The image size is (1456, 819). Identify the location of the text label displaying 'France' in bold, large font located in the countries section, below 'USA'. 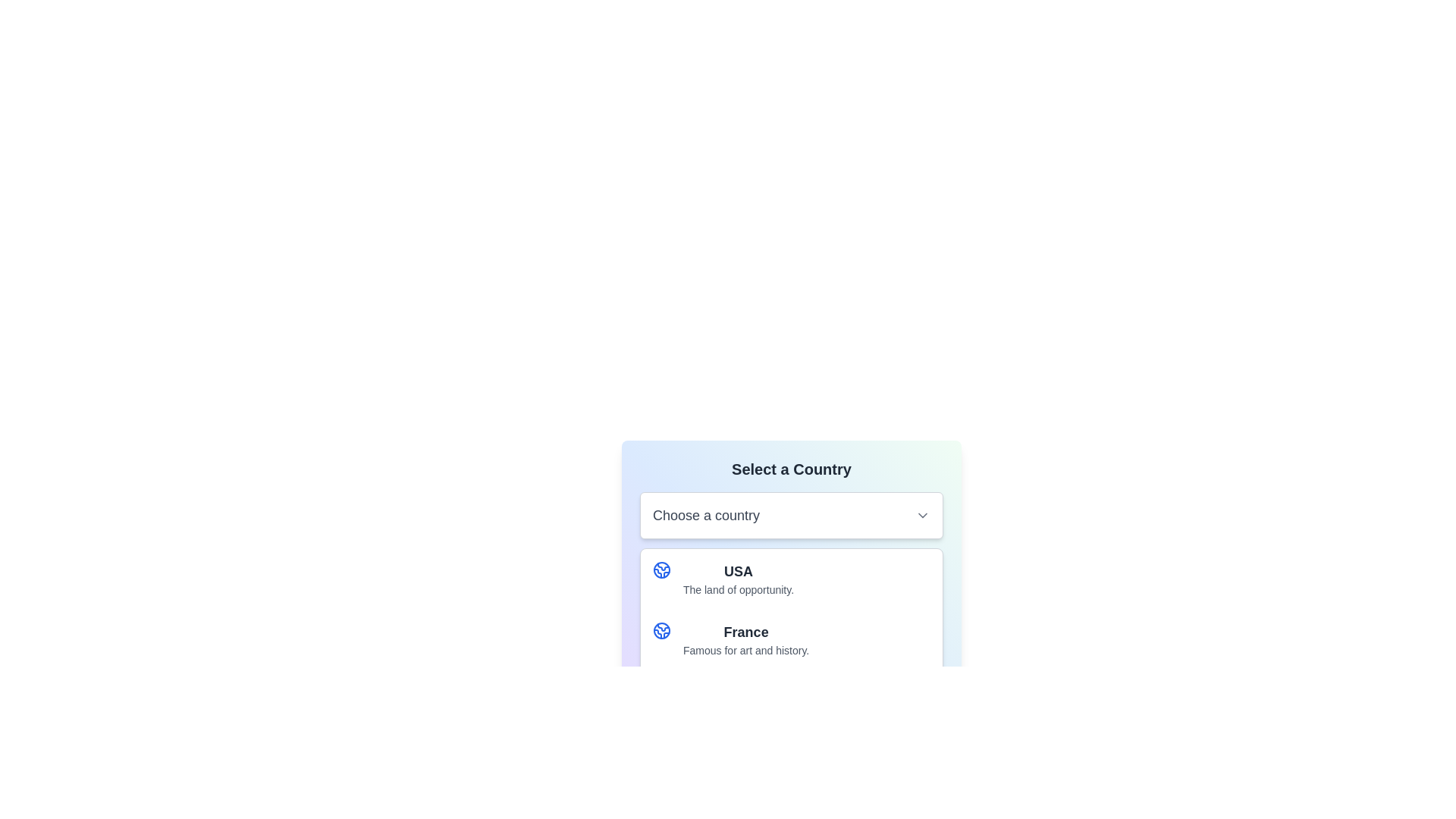
(746, 632).